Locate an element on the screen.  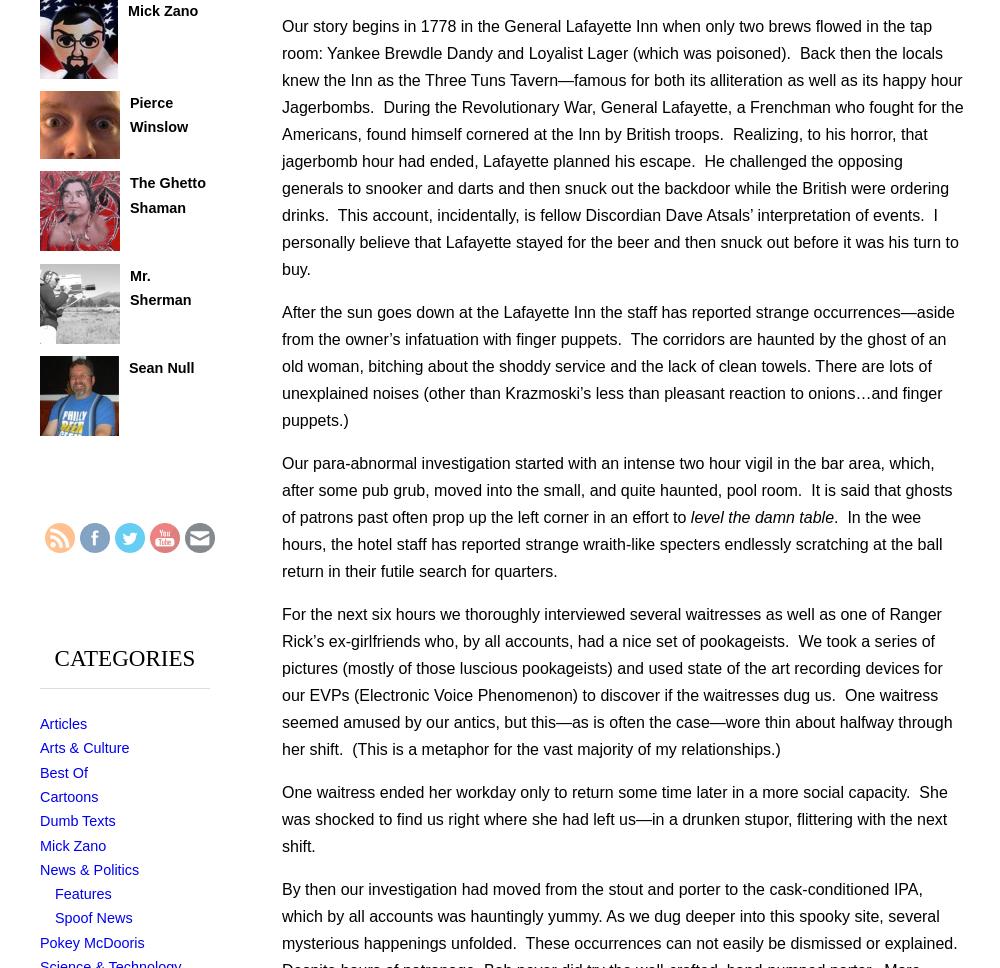
'For the next six hours we thoroughly interviewed several waitresses as well as one of Ranger Rick’s ex-girlfriends who, by all accounts, had a nice set of pookageists.  We took a series of pictures (mostly of those luscious pookageists) and used state of the art recording devices for our EVPs (Electronic Voice Phenomenon) to discover if the waitresses dug us.  One waitress seemed amused by our antics, but this—as is often the case—wore thin about halfway through her shift.  (This is a metaphor for the vast majority of my relationships.)' is located at coordinates (616, 681).